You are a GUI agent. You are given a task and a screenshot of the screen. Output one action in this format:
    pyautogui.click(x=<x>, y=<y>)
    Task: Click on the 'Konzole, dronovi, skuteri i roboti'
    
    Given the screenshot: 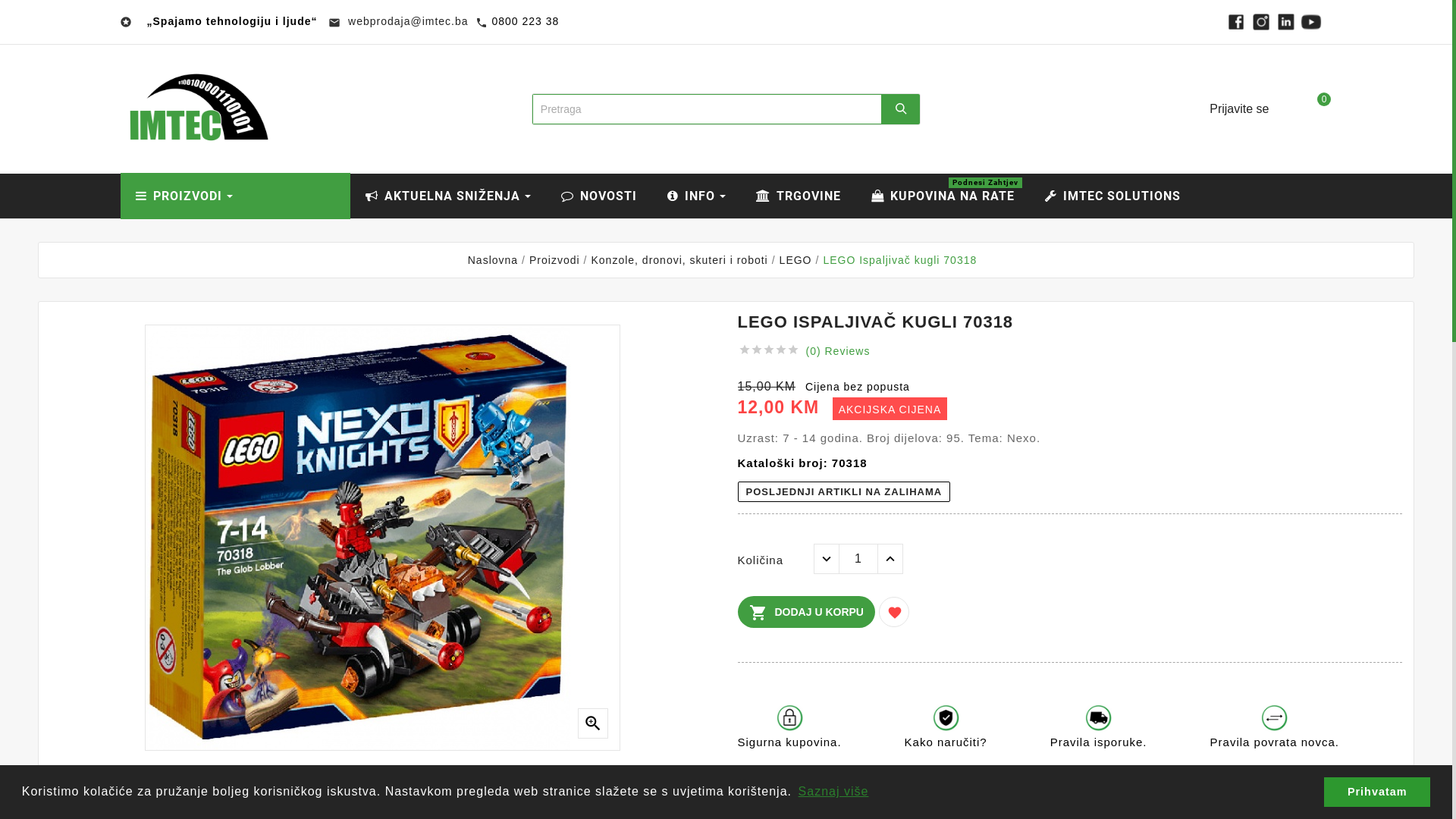 What is the action you would take?
    pyautogui.click(x=678, y=259)
    